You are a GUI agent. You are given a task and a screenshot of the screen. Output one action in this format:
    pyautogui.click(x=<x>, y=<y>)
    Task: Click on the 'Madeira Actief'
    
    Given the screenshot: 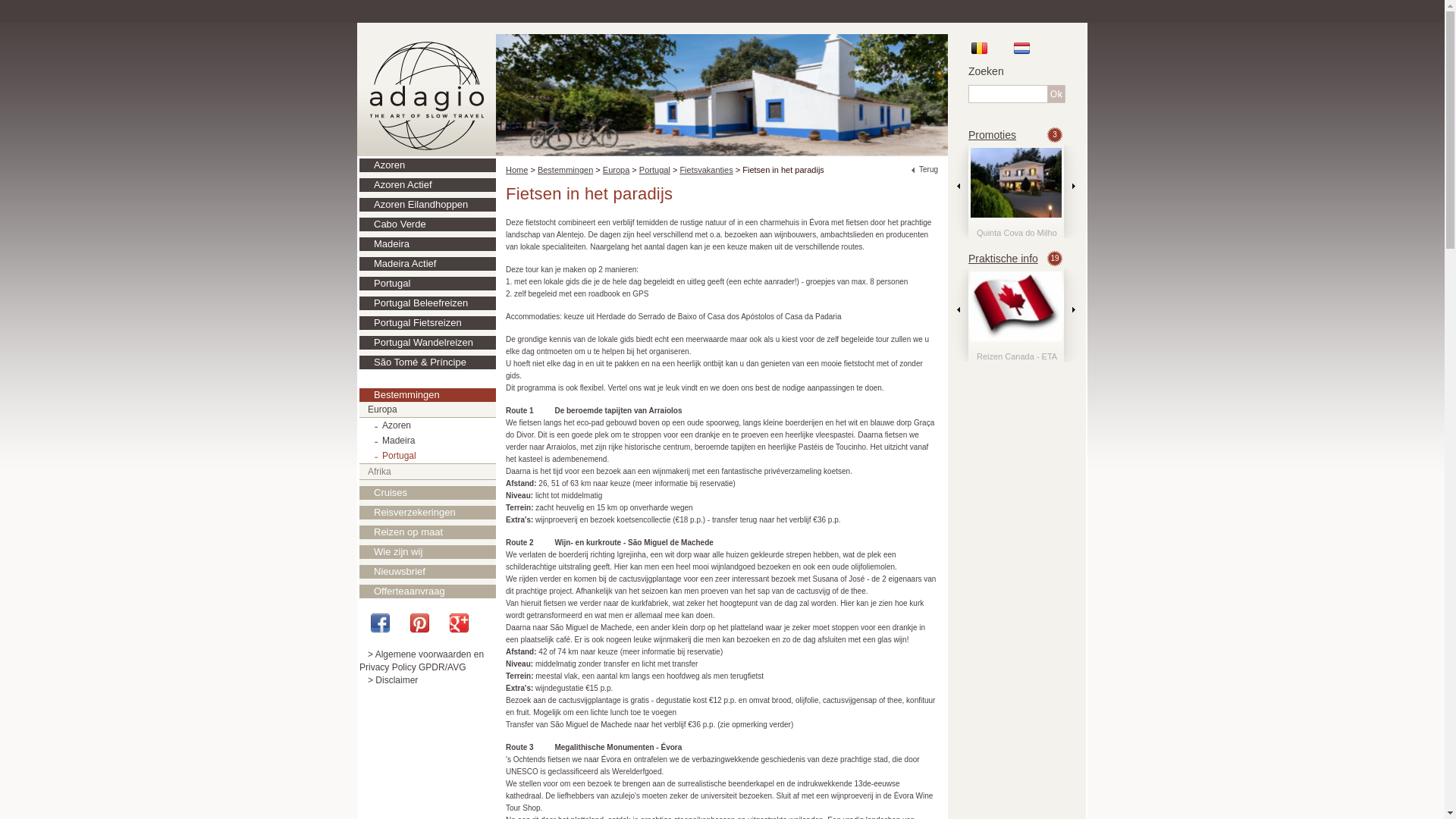 What is the action you would take?
    pyautogui.click(x=359, y=262)
    